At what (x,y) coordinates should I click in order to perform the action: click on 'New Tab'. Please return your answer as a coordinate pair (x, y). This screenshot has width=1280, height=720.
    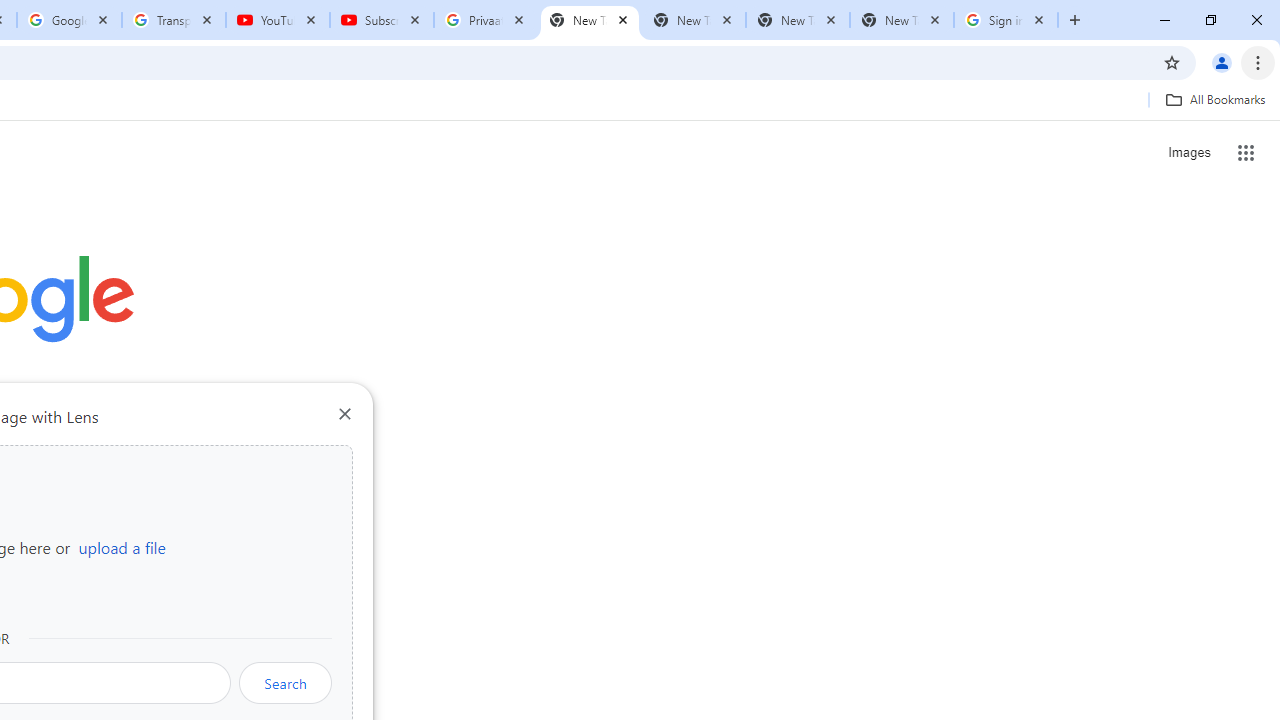
    Looking at the image, I should click on (900, 20).